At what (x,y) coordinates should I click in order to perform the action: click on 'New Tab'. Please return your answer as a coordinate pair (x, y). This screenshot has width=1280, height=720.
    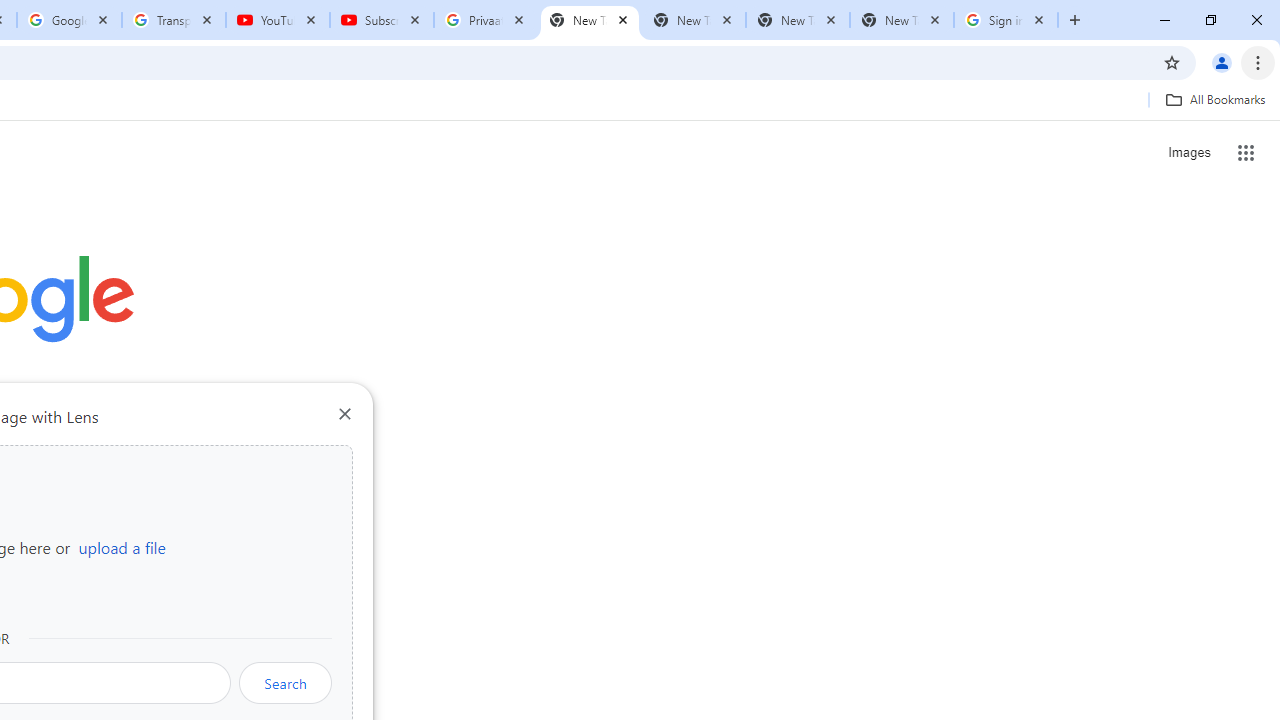
    Looking at the image, I should click on (900, 20).